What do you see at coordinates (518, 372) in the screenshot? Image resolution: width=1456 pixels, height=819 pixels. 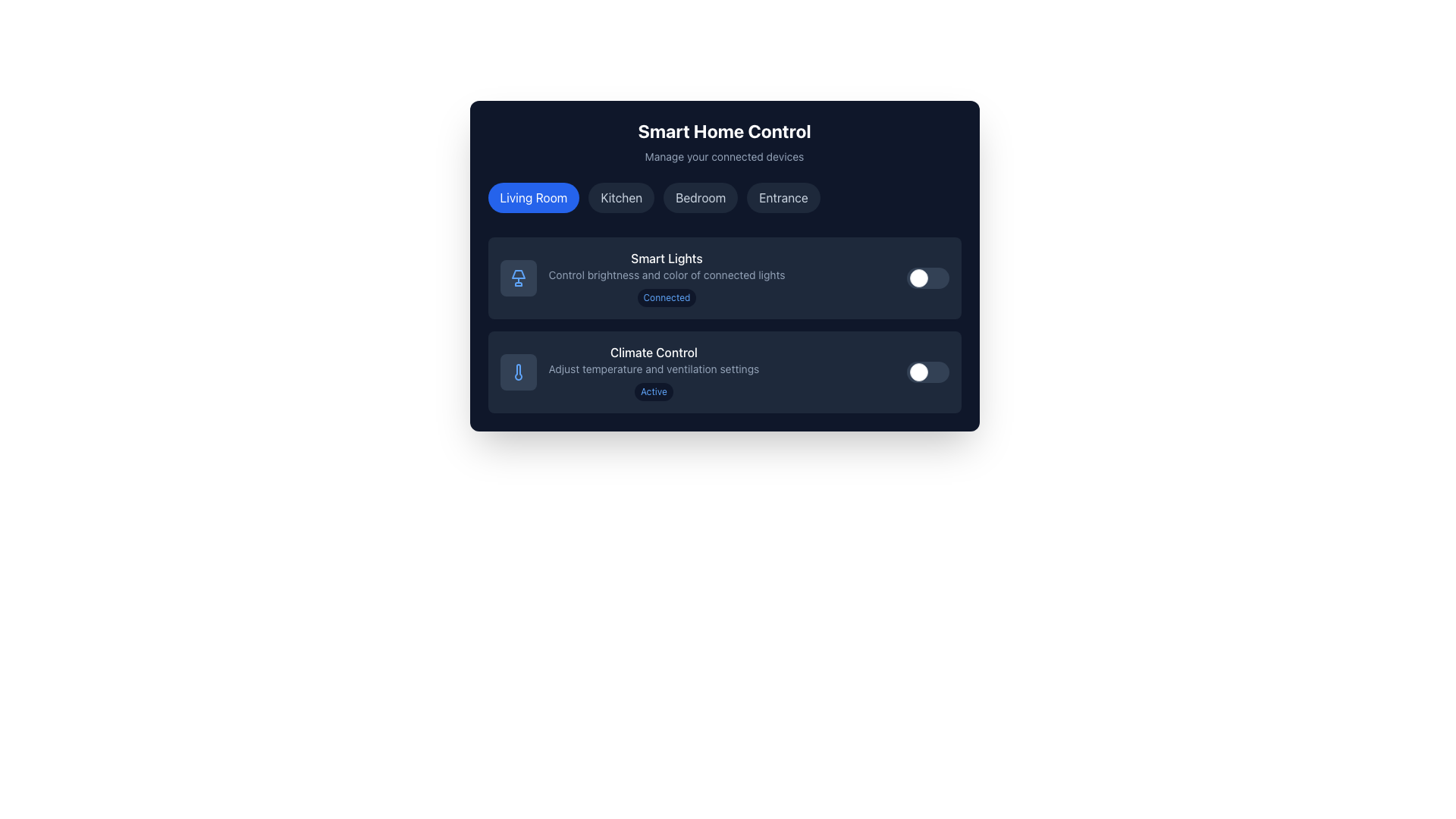 I see `the thermometer icon with a blue outline, located next to the 'Climate Control' label in the lower section of the interface` at bounding box center [518, 372].